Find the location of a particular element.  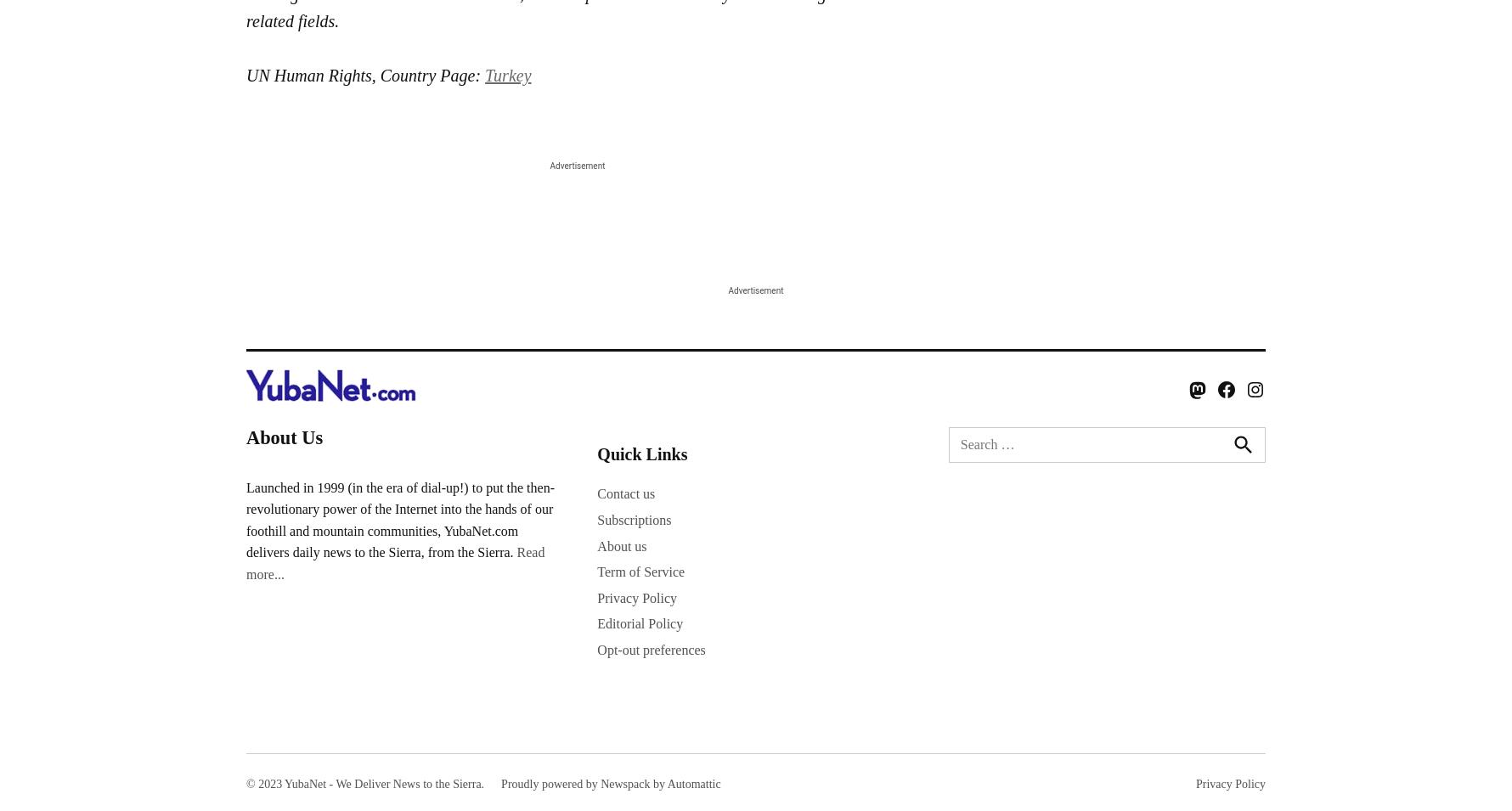

'Opt-out preferences' is located at coordinates (651, 648).